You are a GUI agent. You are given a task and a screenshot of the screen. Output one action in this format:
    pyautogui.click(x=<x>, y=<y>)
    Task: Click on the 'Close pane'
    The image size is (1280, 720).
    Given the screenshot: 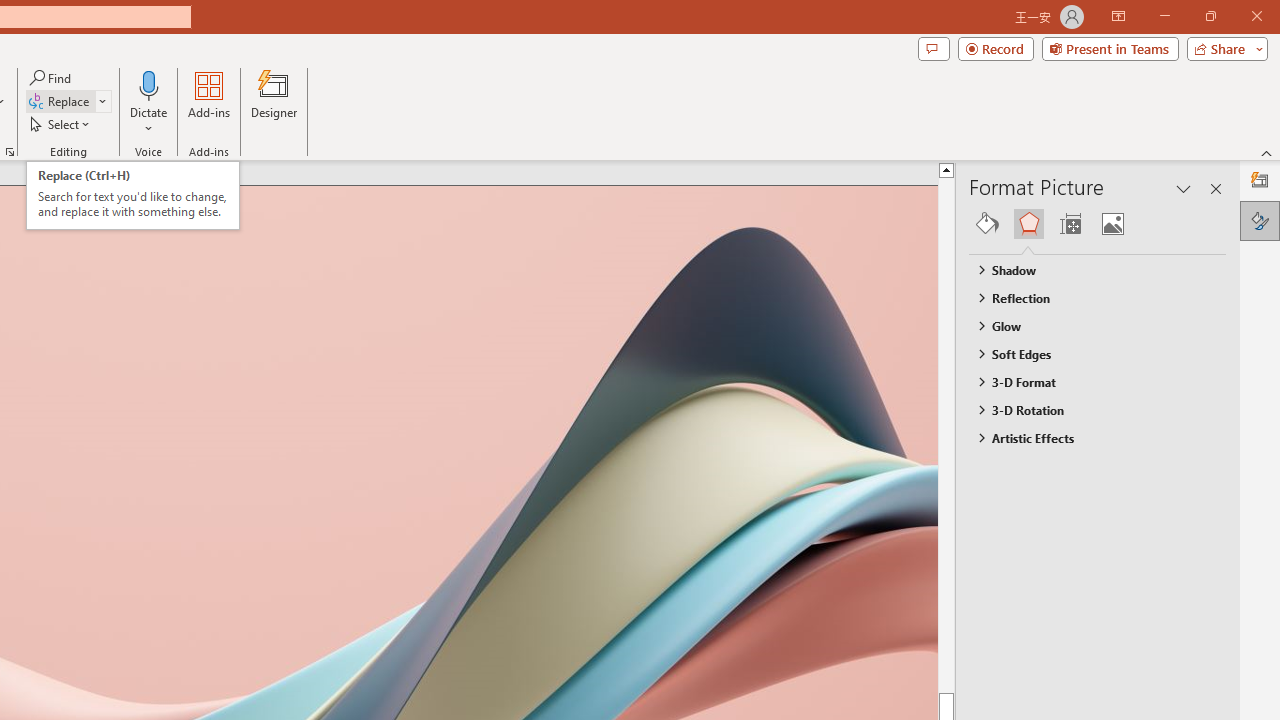 What is the action you would take?
    pyautogui.click(x=1215, y=189)
    